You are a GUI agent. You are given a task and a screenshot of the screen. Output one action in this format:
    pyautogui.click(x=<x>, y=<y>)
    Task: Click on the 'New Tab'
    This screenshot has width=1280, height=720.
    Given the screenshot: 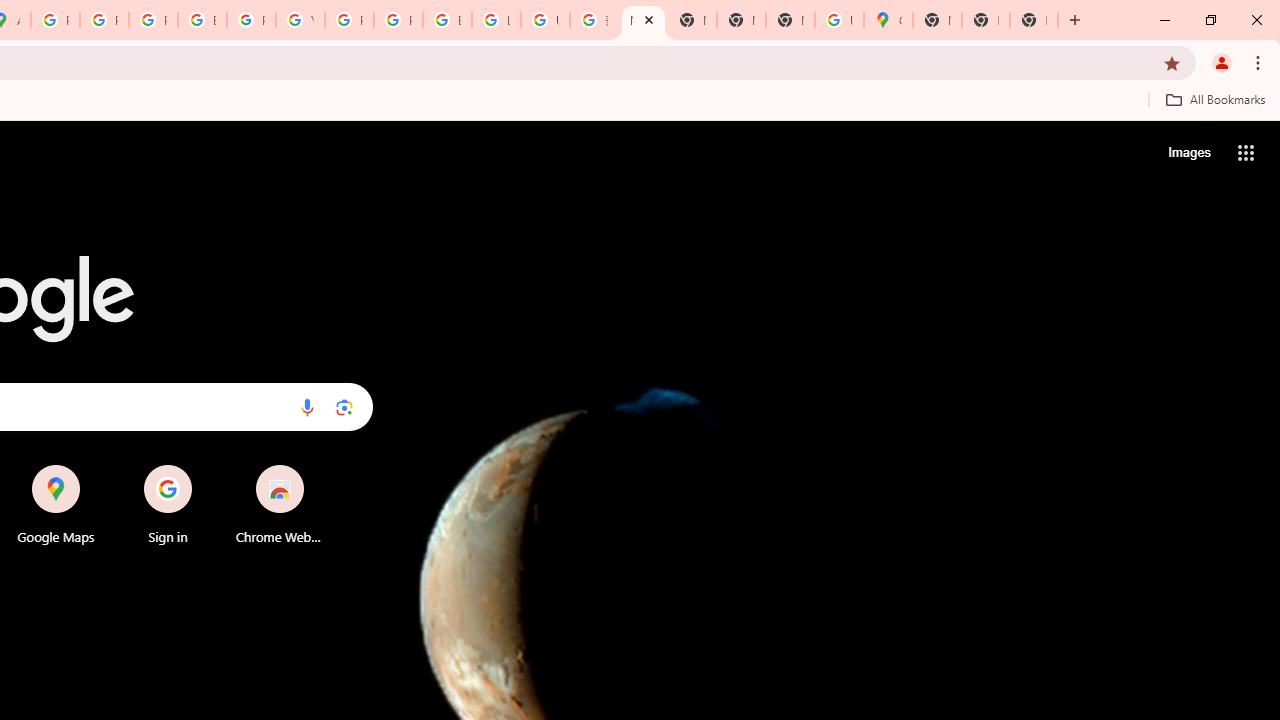 What is the action you would take?
    pyautogui.click(x=936, y=20)
    